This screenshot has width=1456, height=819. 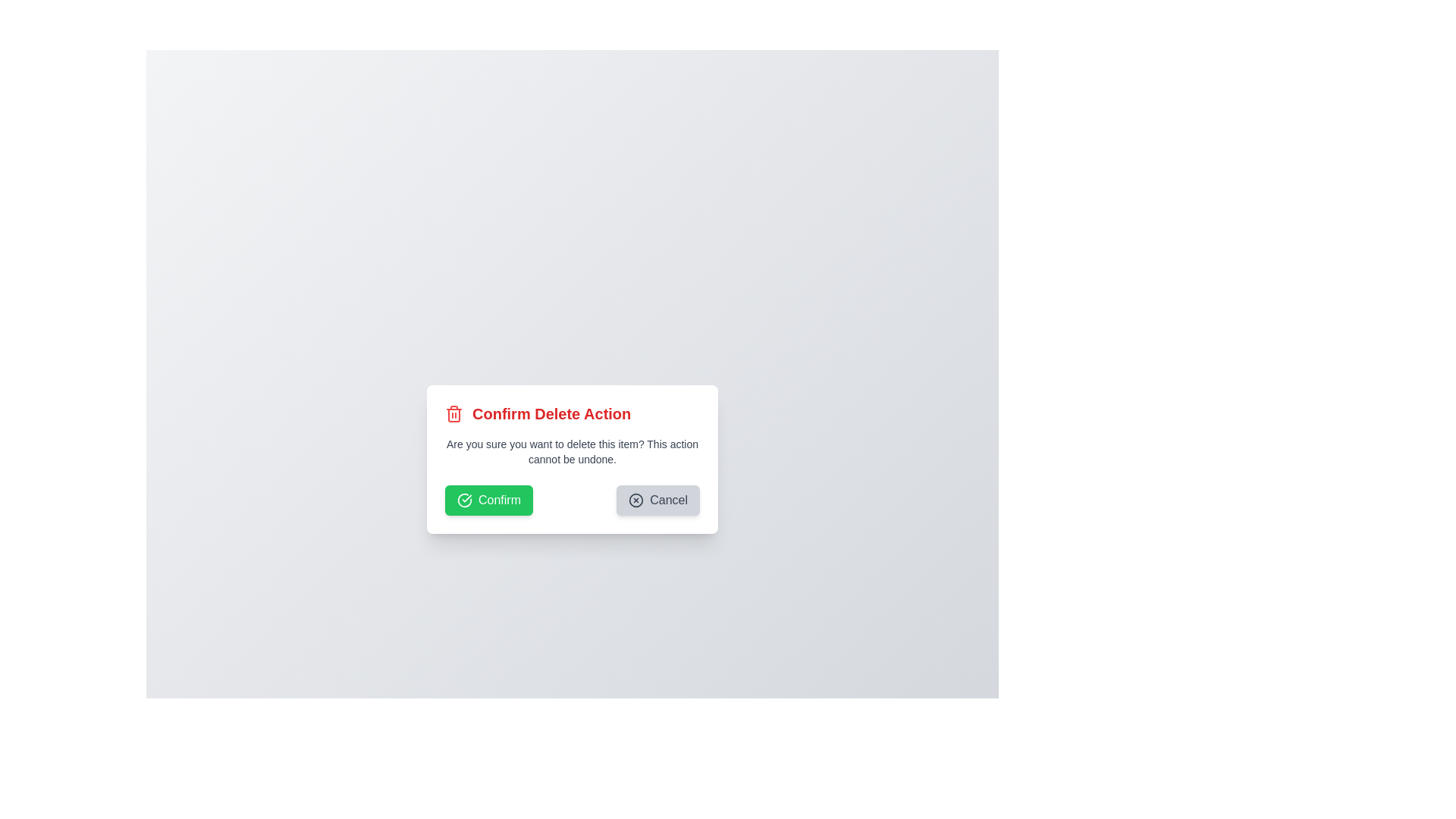 I want to click on the cancel button located to the right of the confirm button in the modal dialog box, so click(x=658, y=500).